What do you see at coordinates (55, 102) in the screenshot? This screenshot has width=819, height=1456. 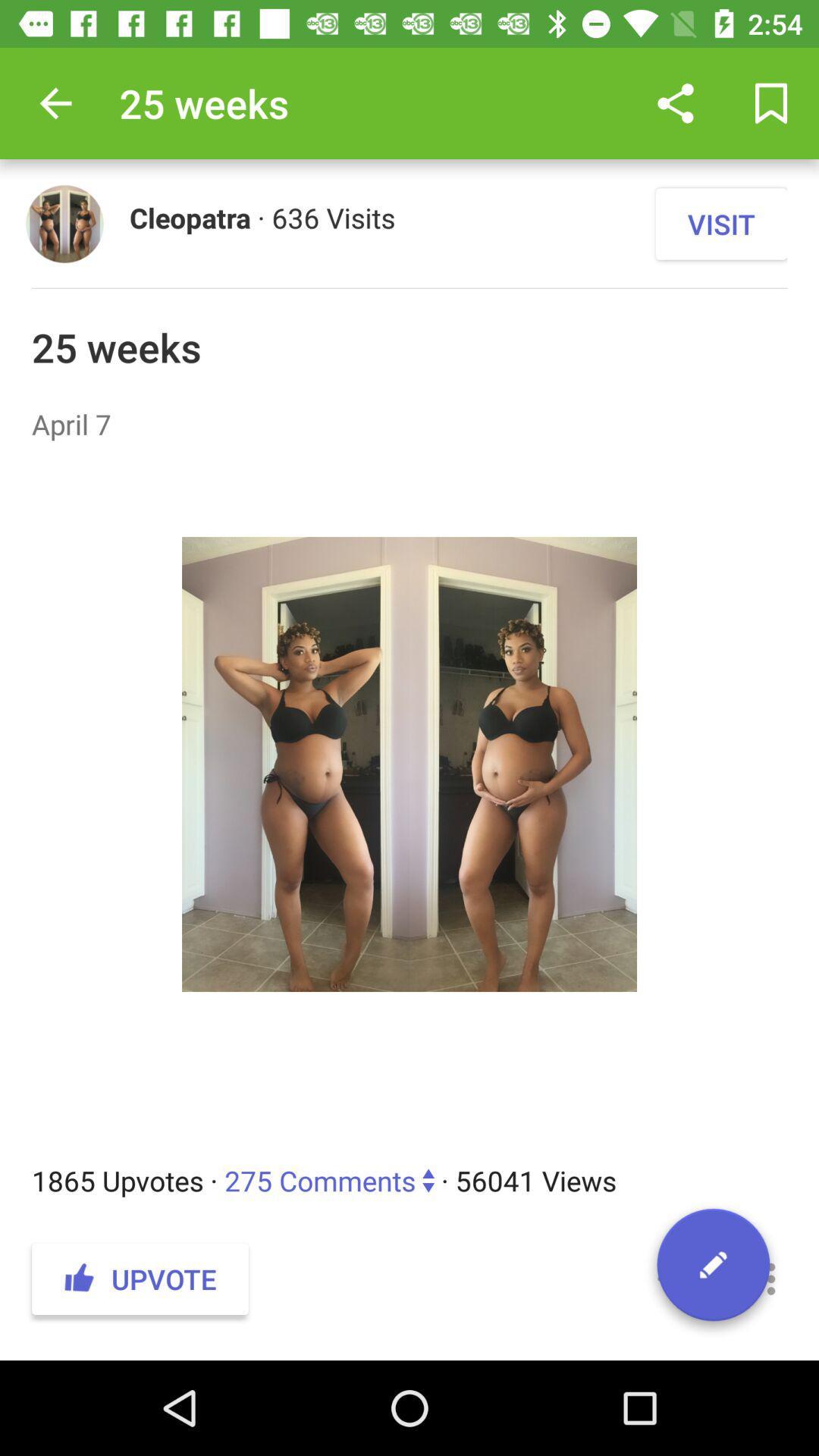 I see `the icon next to the 25 weeks item` at bounding box center [55, 102].